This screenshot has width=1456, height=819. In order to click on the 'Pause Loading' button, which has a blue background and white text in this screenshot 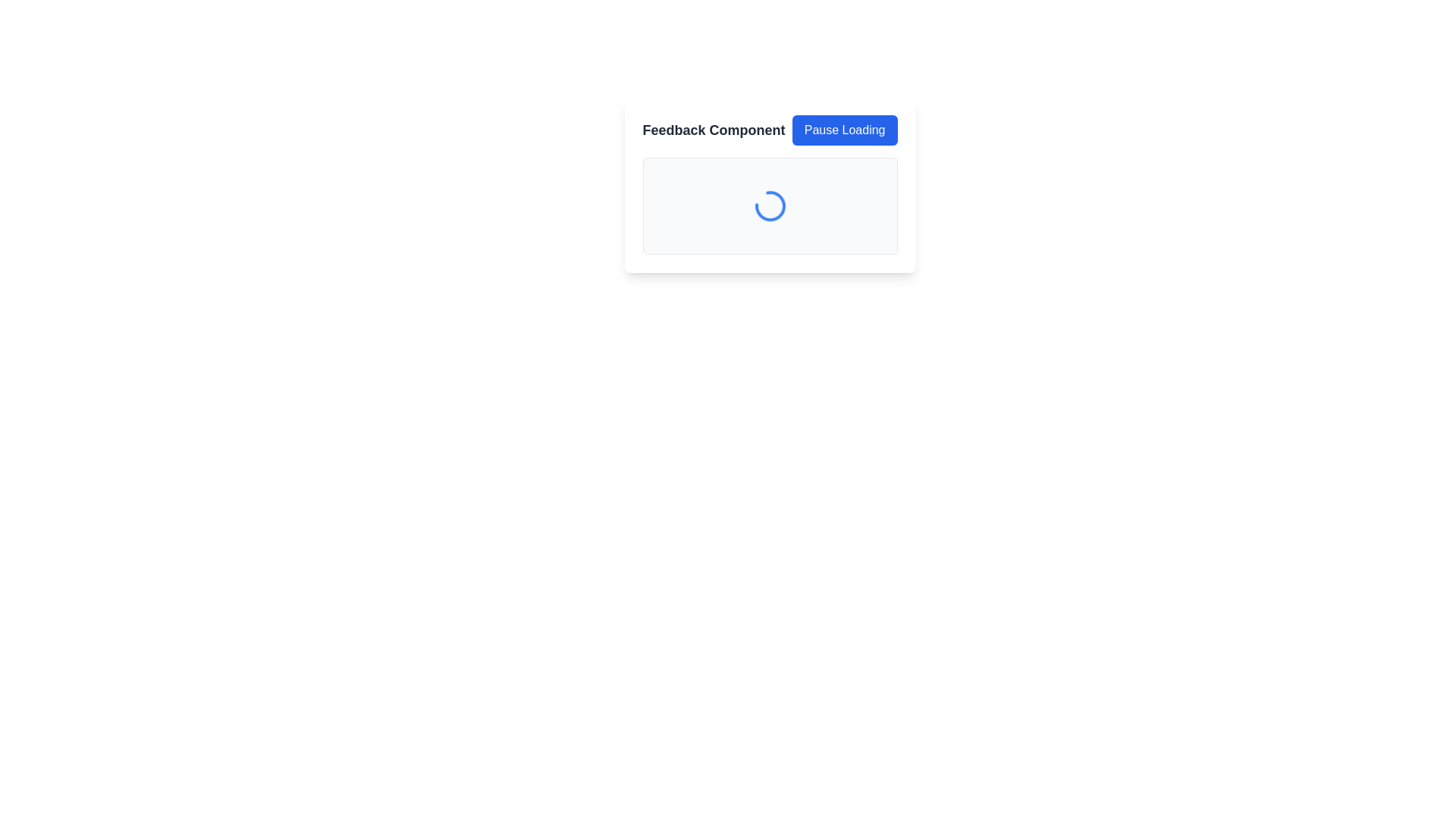, I will do `click(844, 130)`.